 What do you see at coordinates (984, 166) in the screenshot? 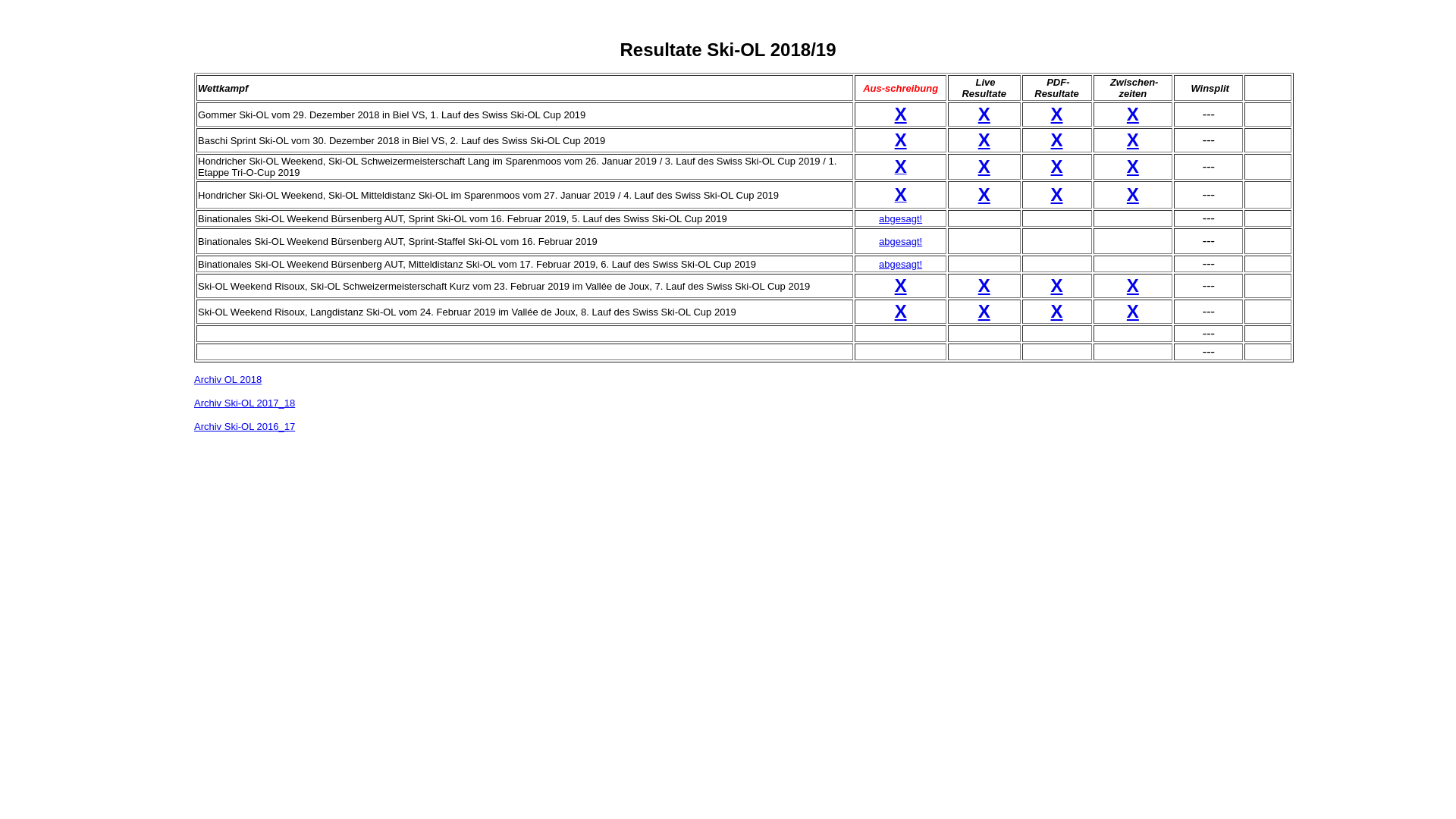
I see `'X'` at bounding box center [984, 166].